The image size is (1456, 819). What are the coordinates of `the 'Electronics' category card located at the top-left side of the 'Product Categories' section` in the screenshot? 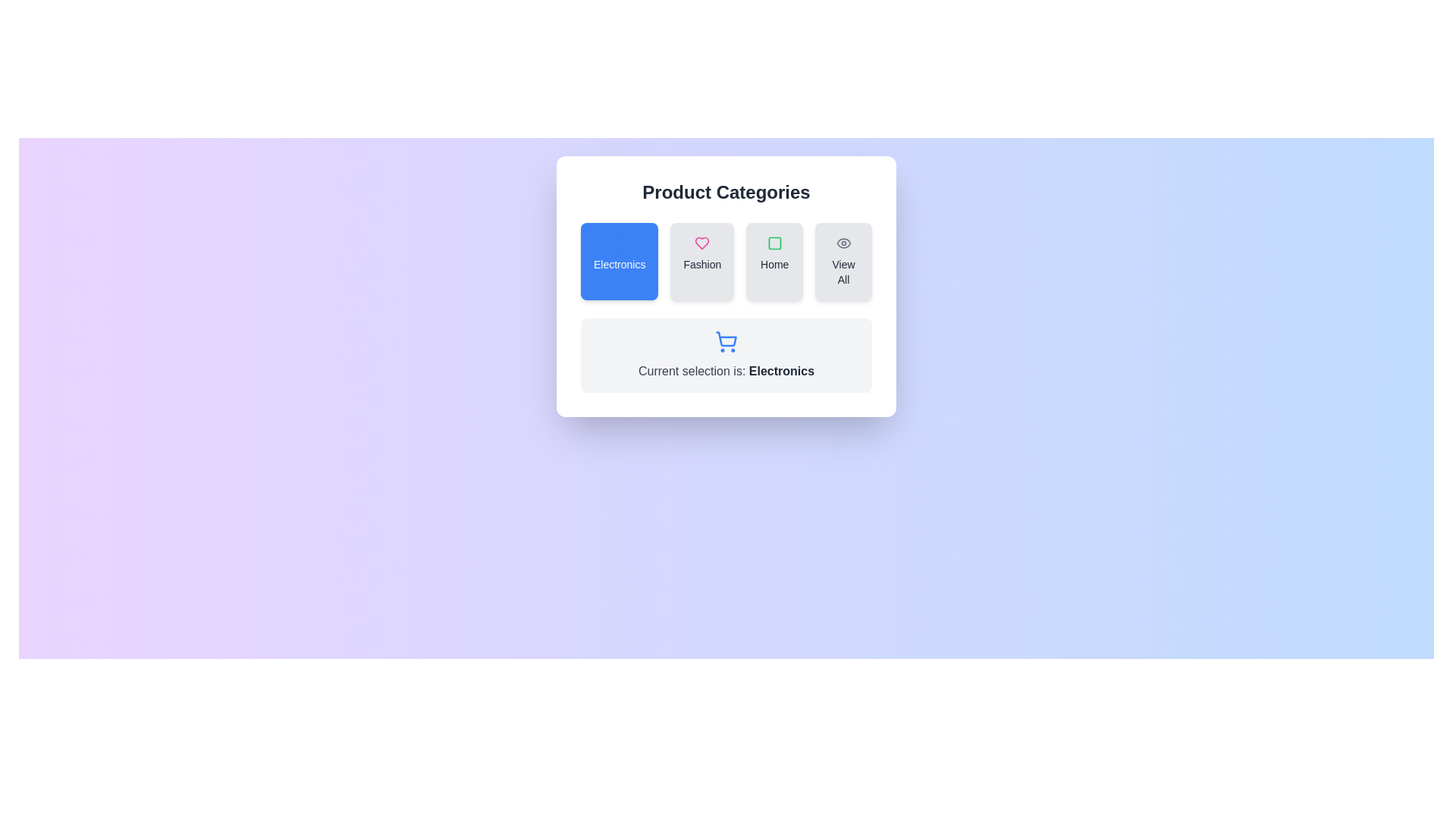 It's located at (619, 260).